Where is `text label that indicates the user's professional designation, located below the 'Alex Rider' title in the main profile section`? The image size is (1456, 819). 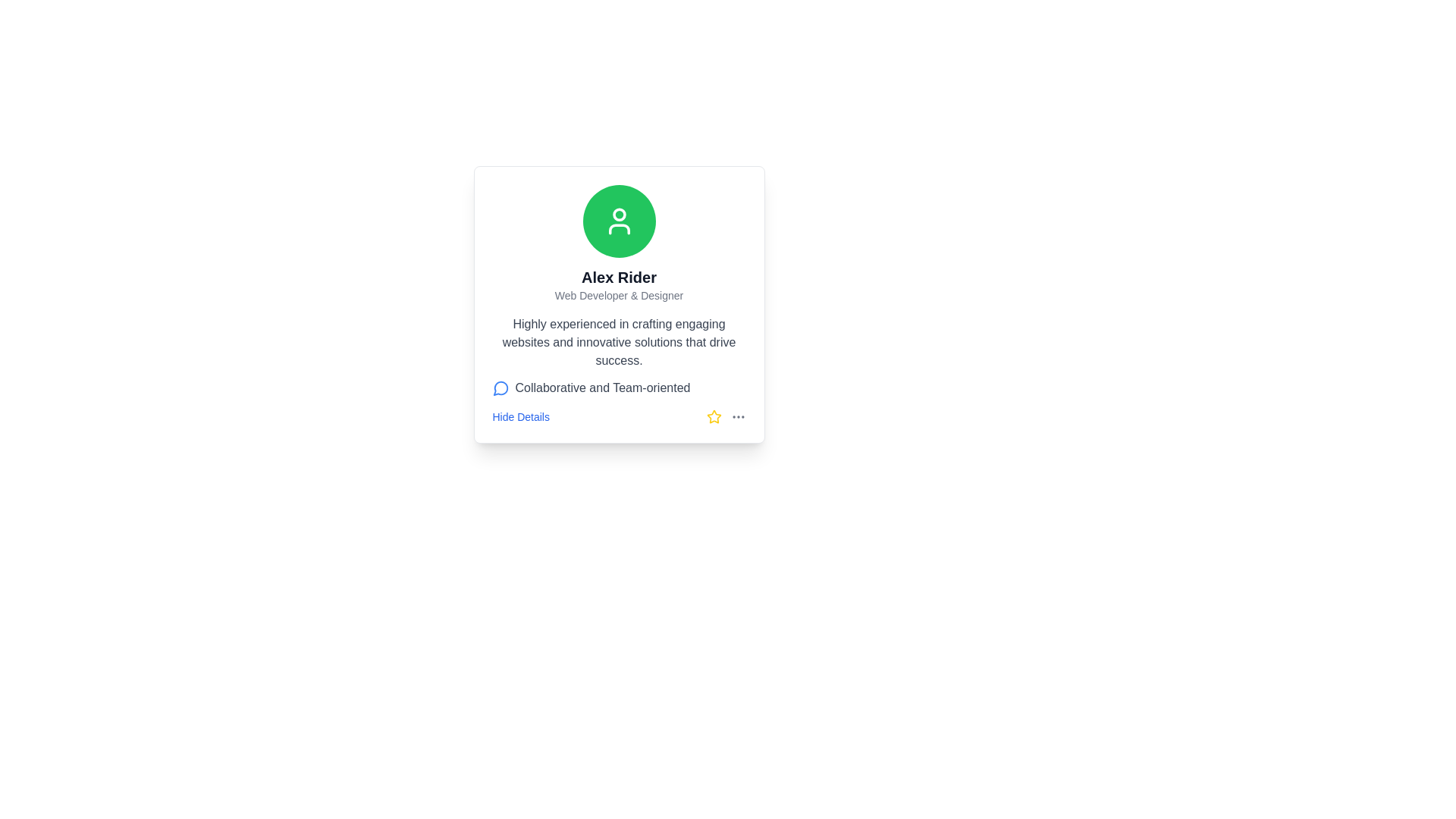
text label that indicates the user's professional designation, located below the 'Alex Rider' title in the main profile section is located at coordinates (619, 295).